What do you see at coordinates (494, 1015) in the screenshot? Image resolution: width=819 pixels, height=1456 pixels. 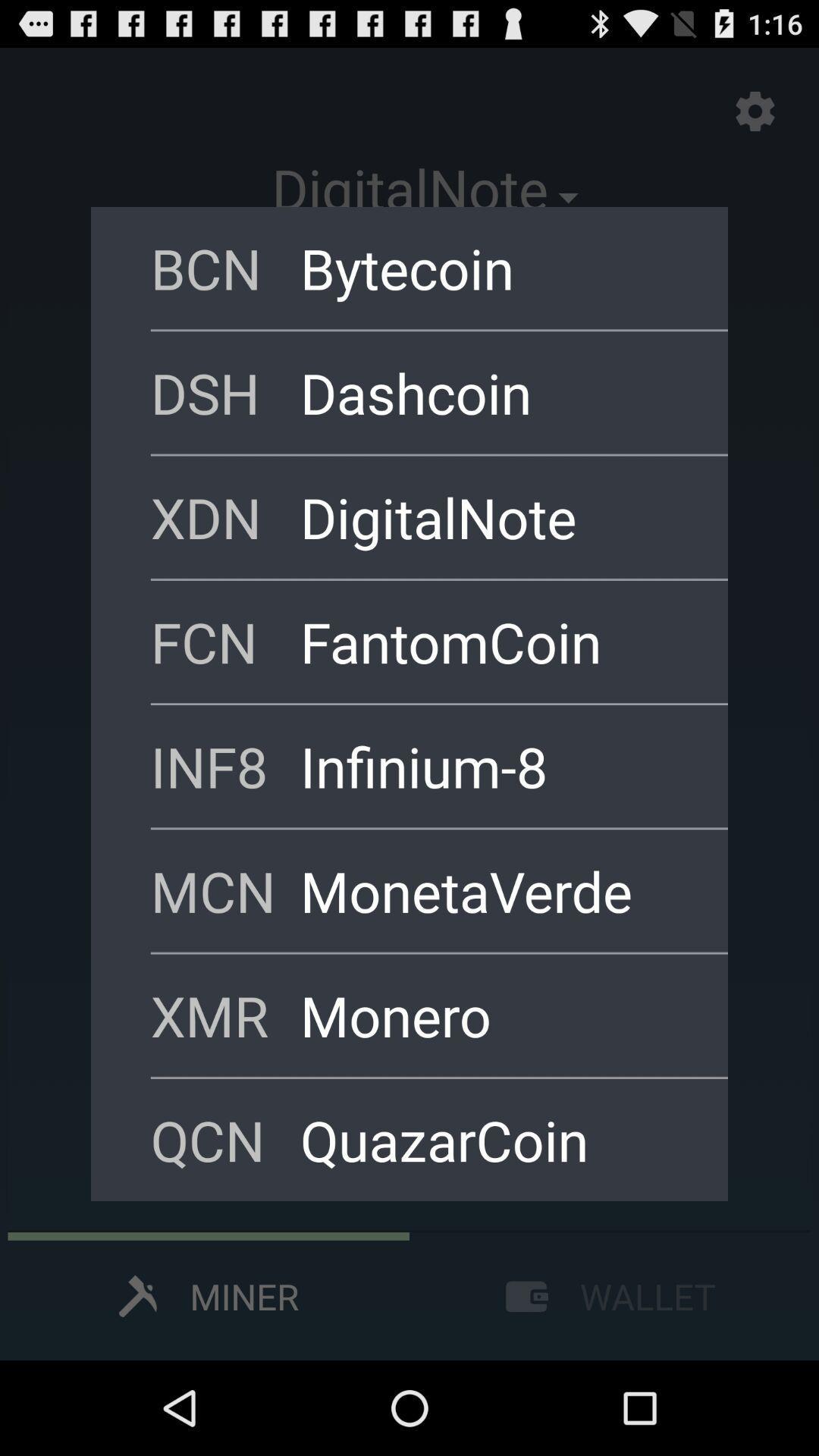 I see `the monero` at bounding box center [494, 1015].